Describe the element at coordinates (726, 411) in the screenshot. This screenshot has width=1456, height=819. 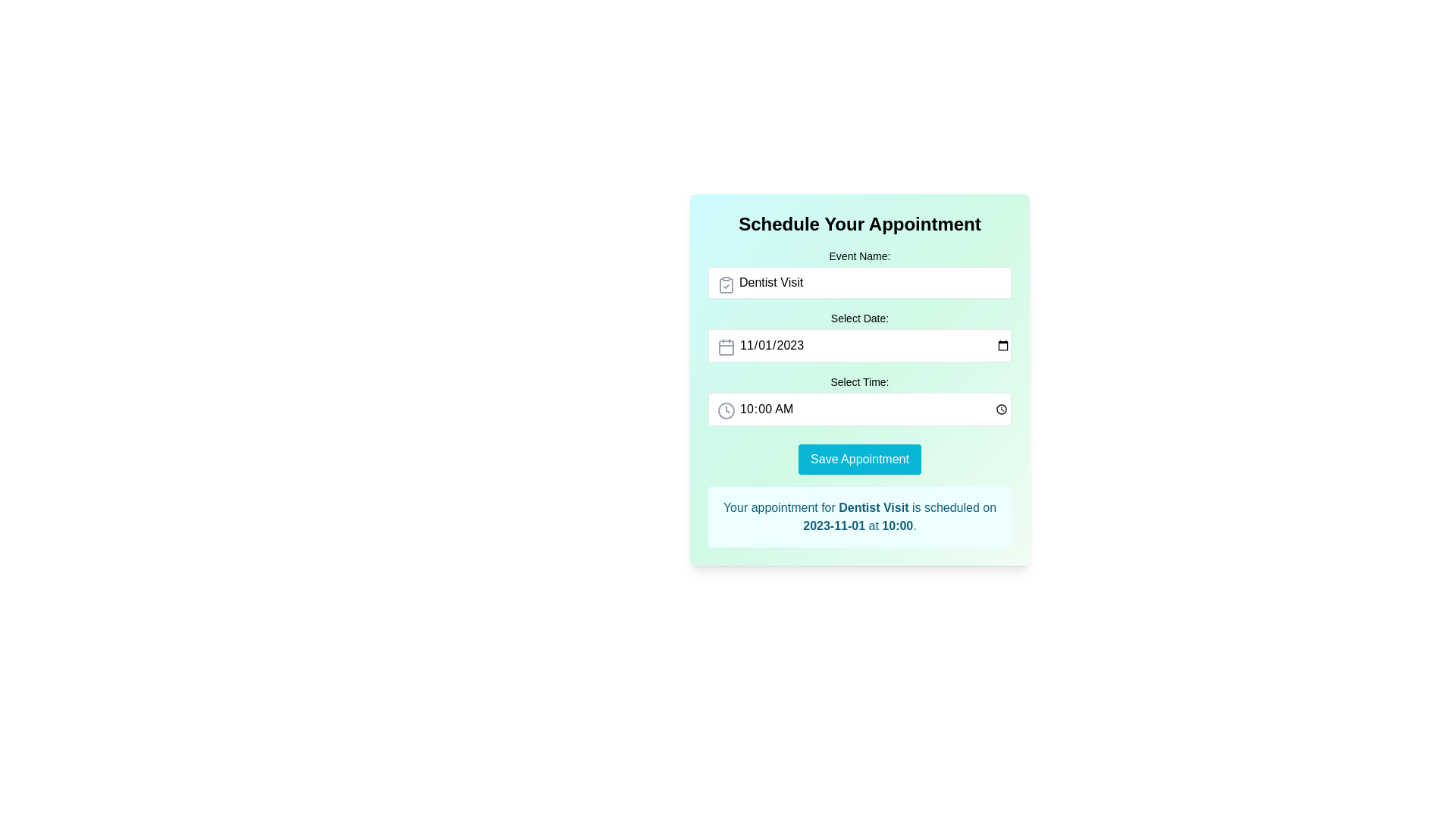
I see `the circular clock icon, which is styled in gray and located near the time selection field` at that location.